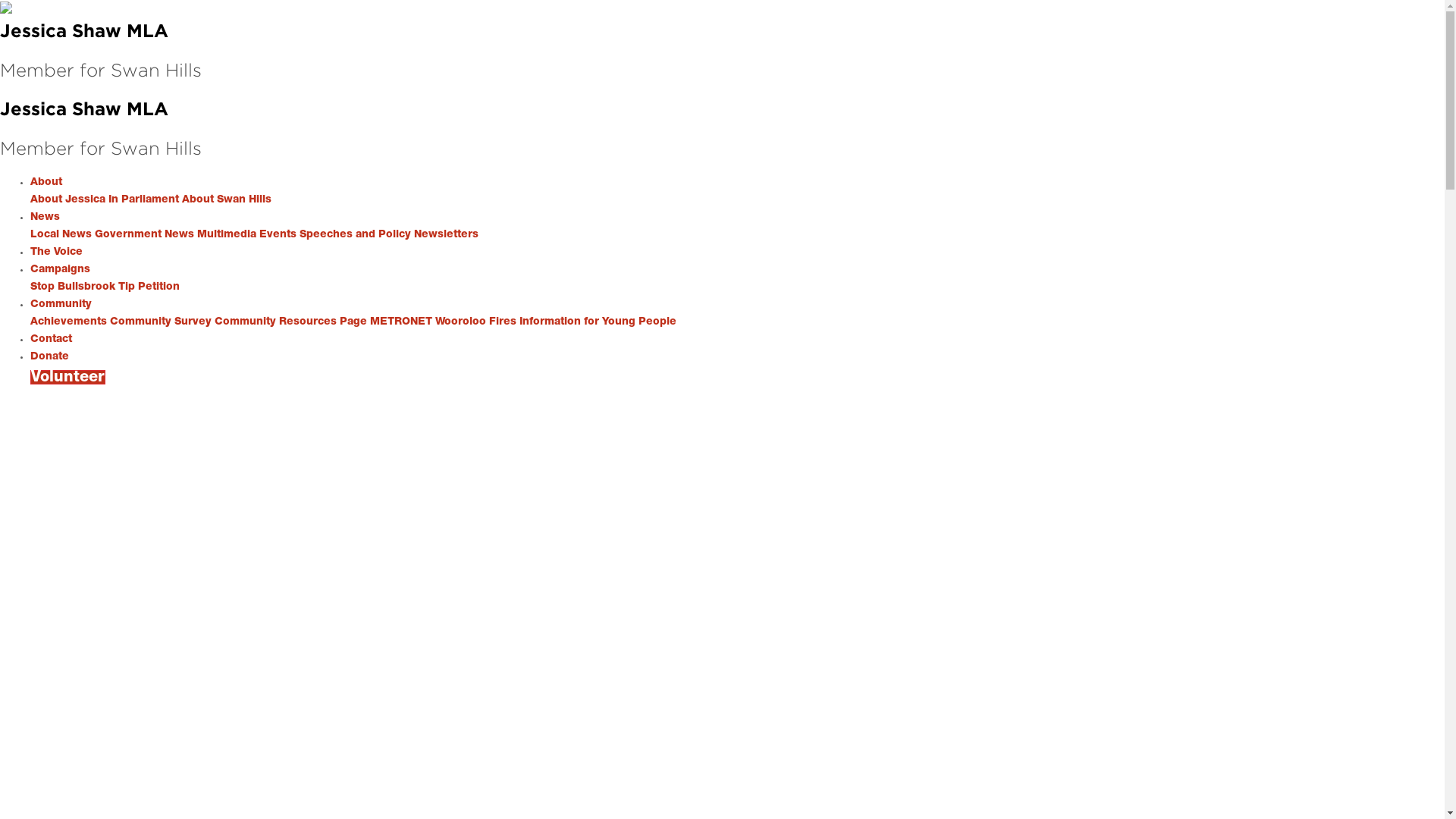 The width and height of the screenshot is (1456, 819). I want to click on 'Information for Young People', so click(597, 321).